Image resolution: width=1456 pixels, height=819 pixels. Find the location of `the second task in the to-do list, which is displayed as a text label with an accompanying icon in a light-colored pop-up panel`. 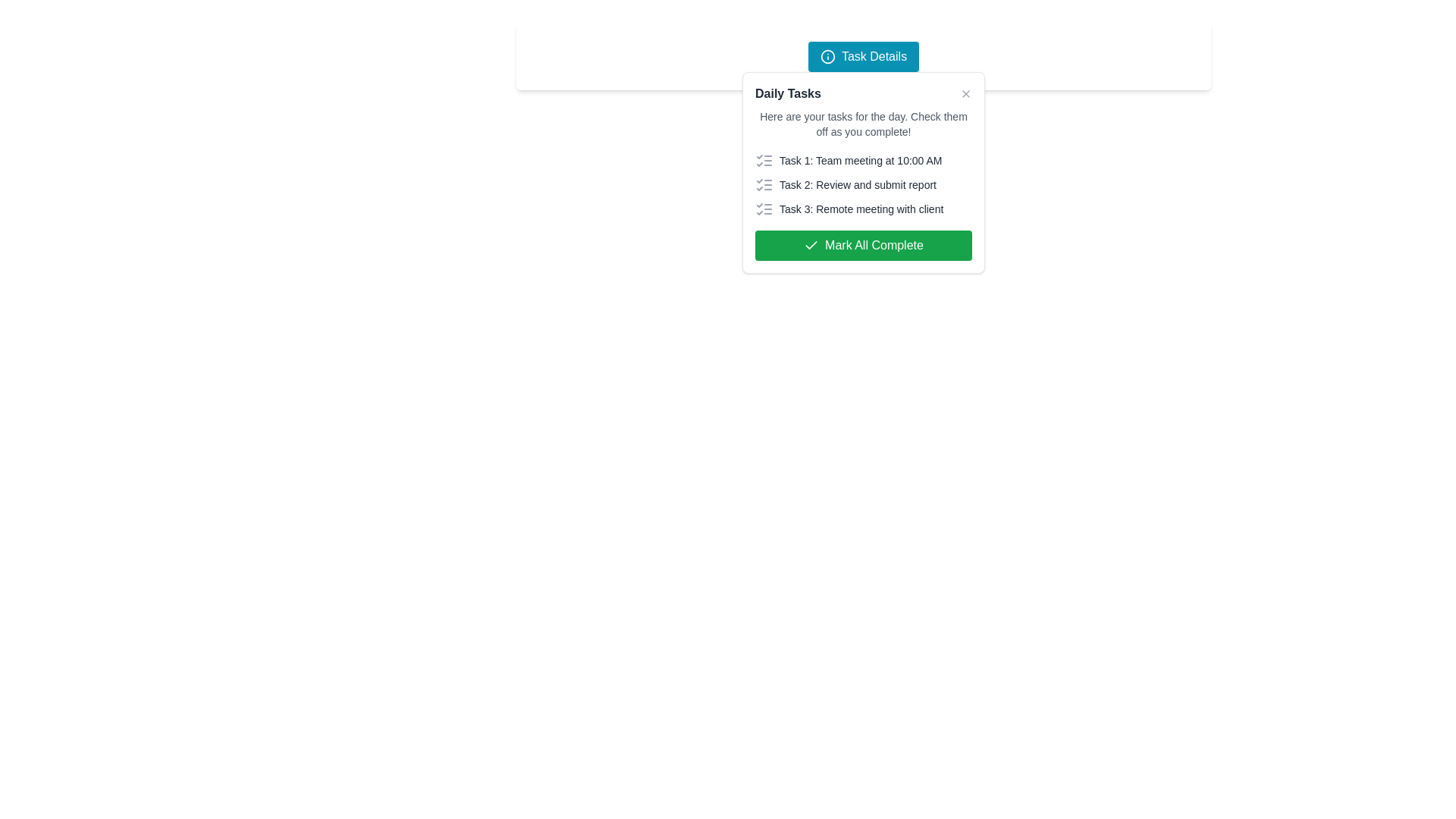

the second task in the to-do list, which is displayed as a text label with an accompanying icon in a light-colored pop-up panel is located at coordinates (863, 184).